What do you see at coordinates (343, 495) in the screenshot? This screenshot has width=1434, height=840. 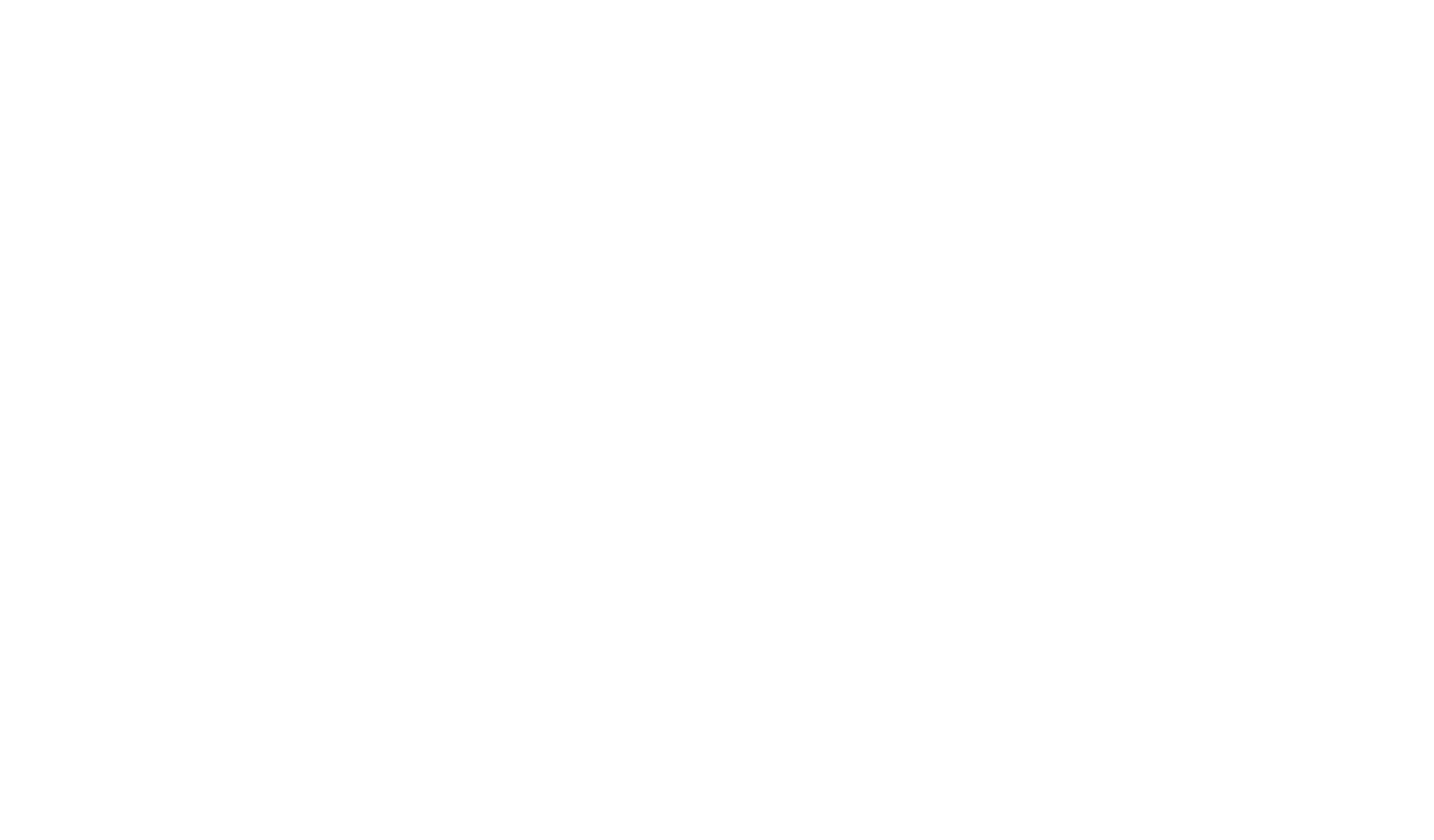 I see `'Welding Value is a corporate blog hosted by Kemppi Oy. We want to evoke discussion on the transformation of modern welding, and bring you the latest stories from within the global welding industry told by true experts.'` at bounding box center [343, 495].